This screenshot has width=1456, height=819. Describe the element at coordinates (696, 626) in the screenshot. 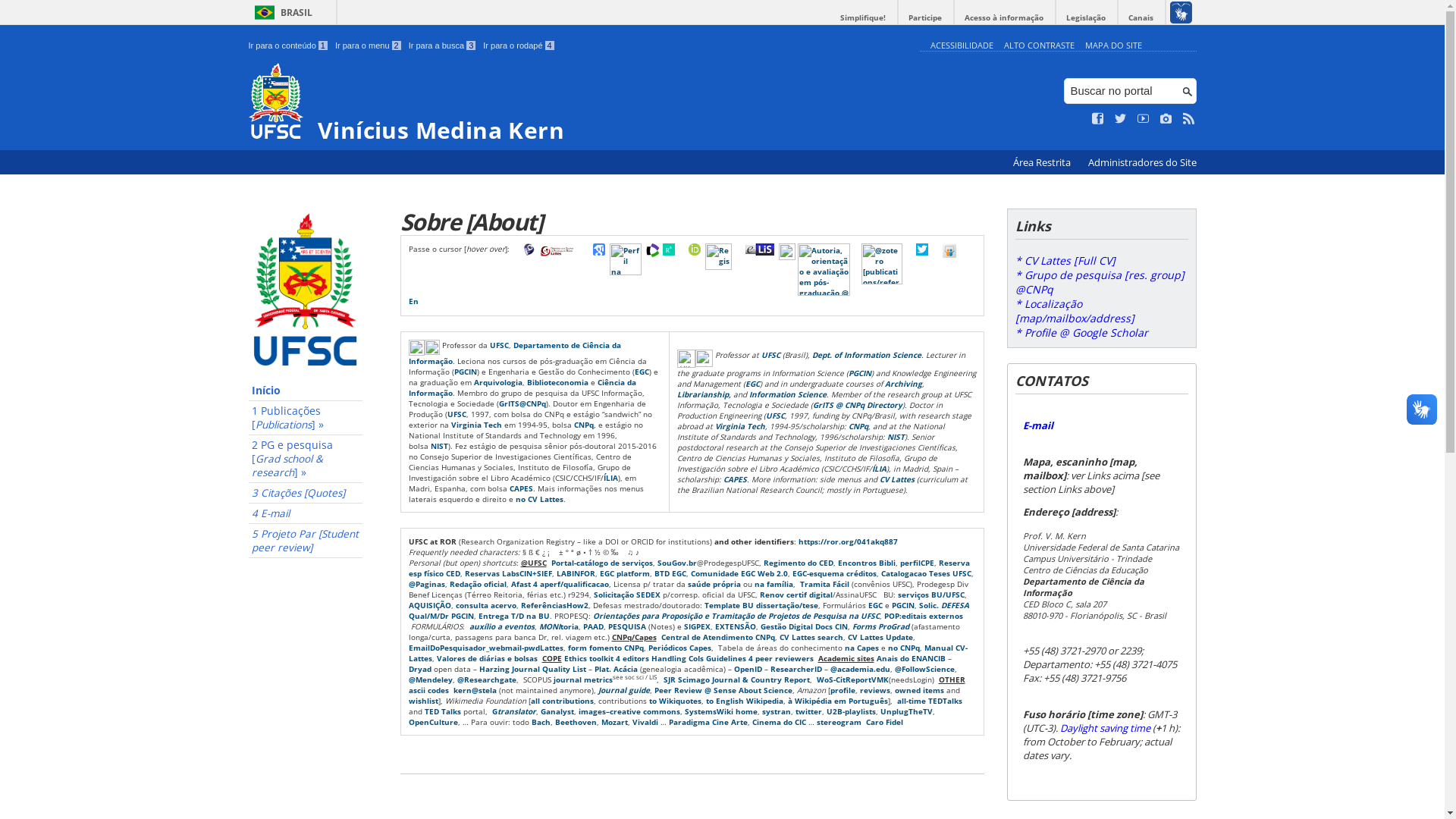

I see `'SIGPEX'` at that location.